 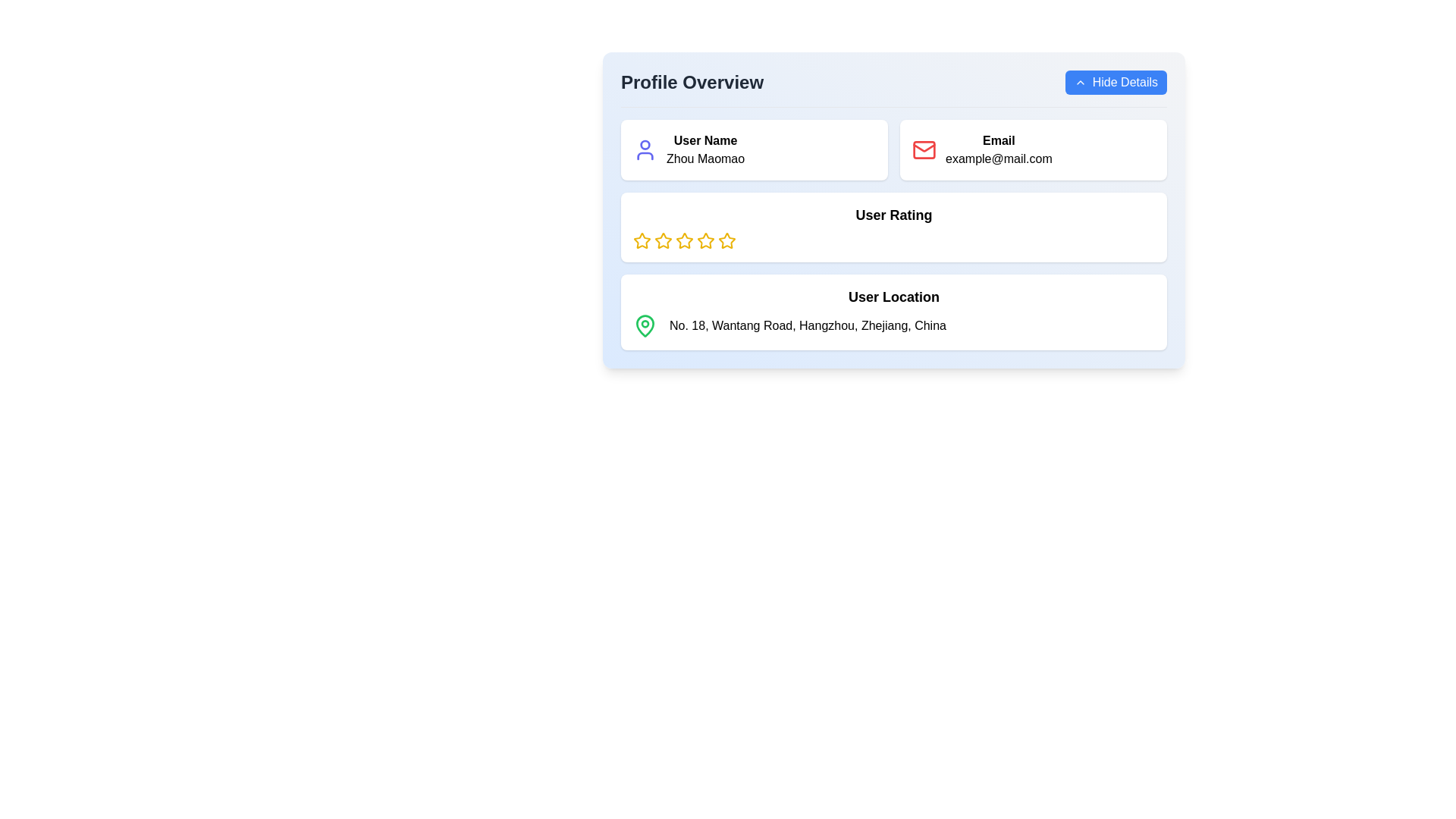 I want to click on the fourth star icon in the User Rating section to rate it, so click(x=683, y=240).